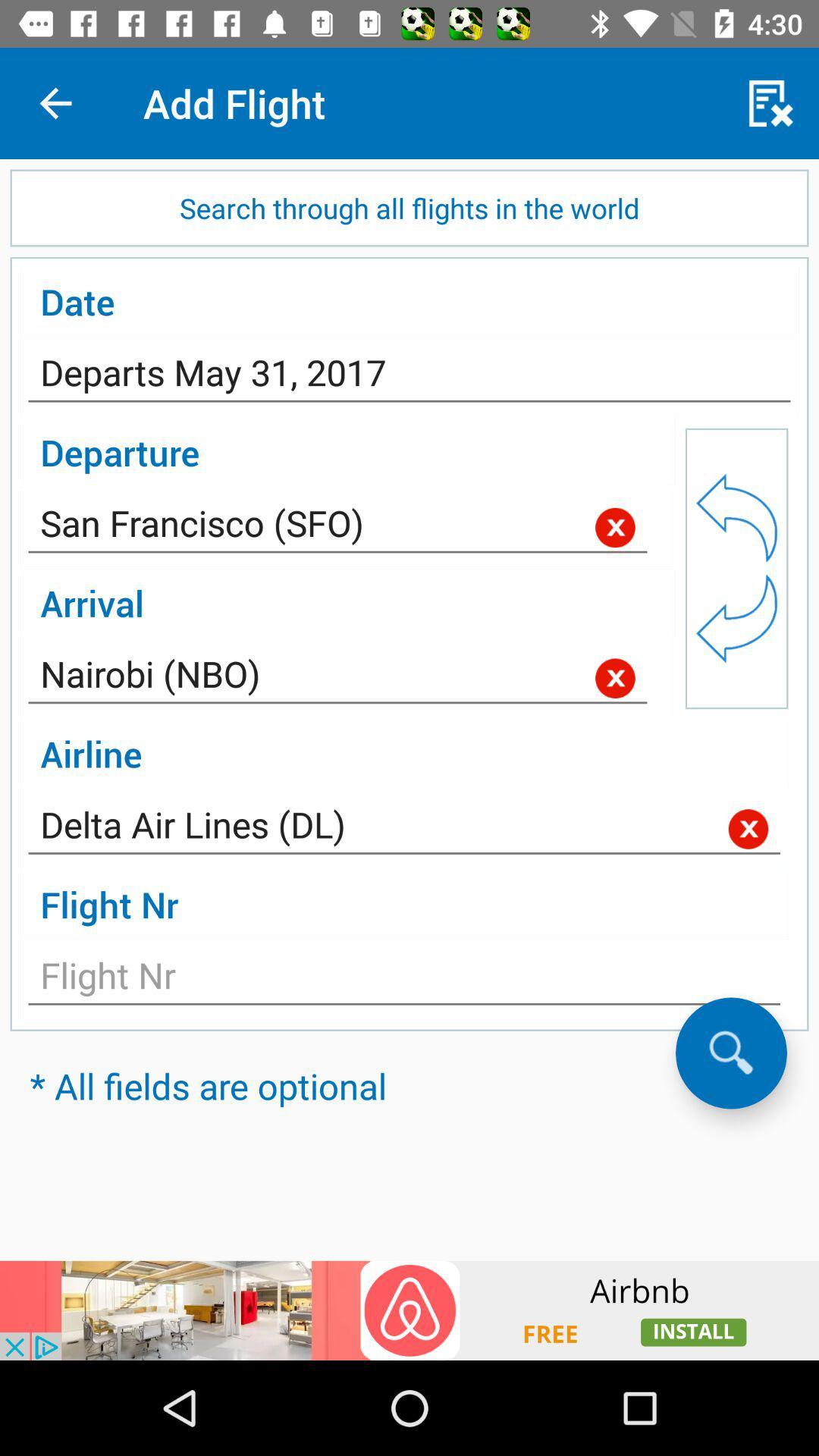  Describe the element at coordinates (403, 980) in the screenshot. I see `flight information` at that location.